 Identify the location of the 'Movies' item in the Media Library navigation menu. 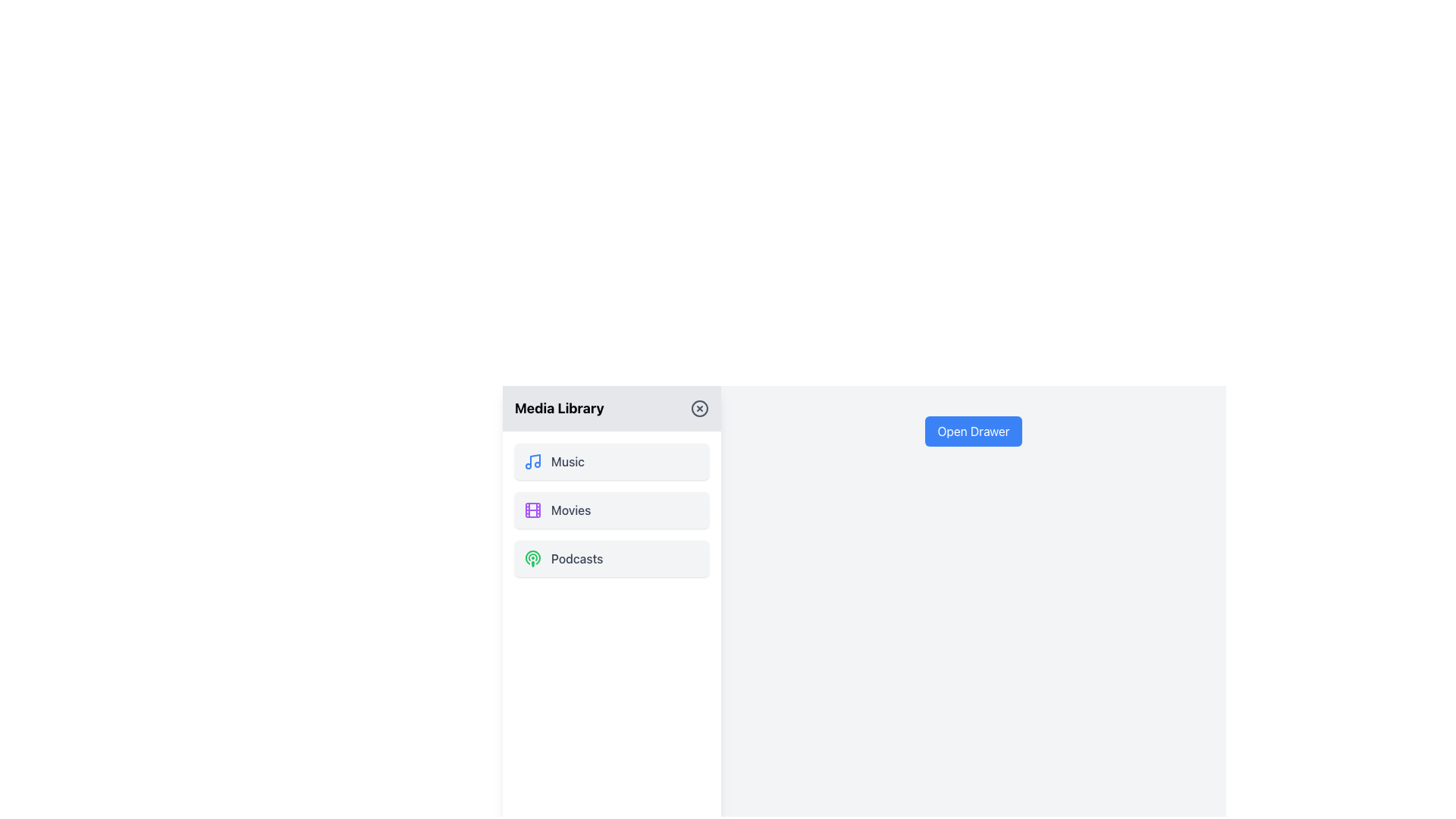
(611, 510).